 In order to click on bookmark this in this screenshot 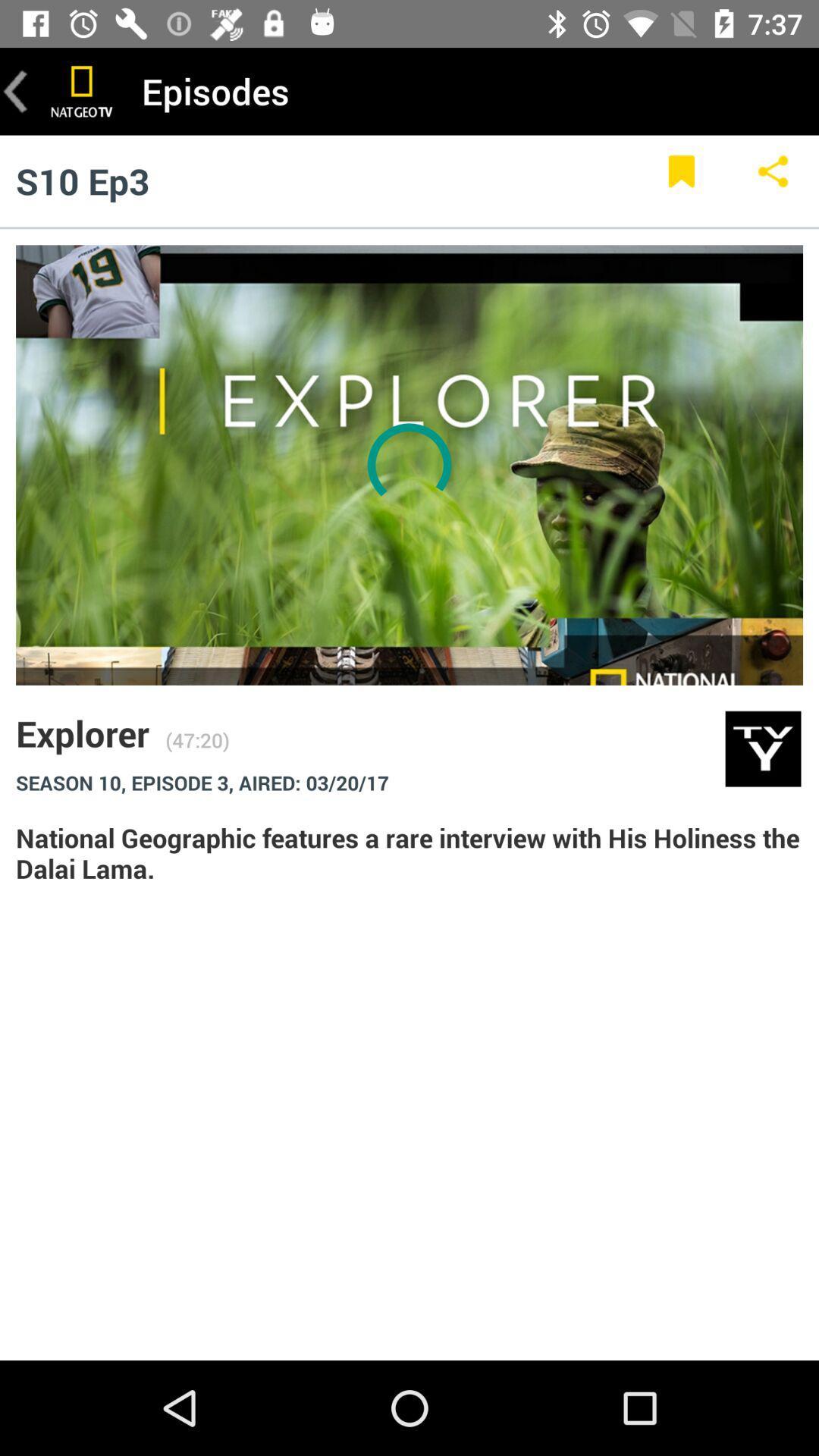, I will do `click(680, 180)`.